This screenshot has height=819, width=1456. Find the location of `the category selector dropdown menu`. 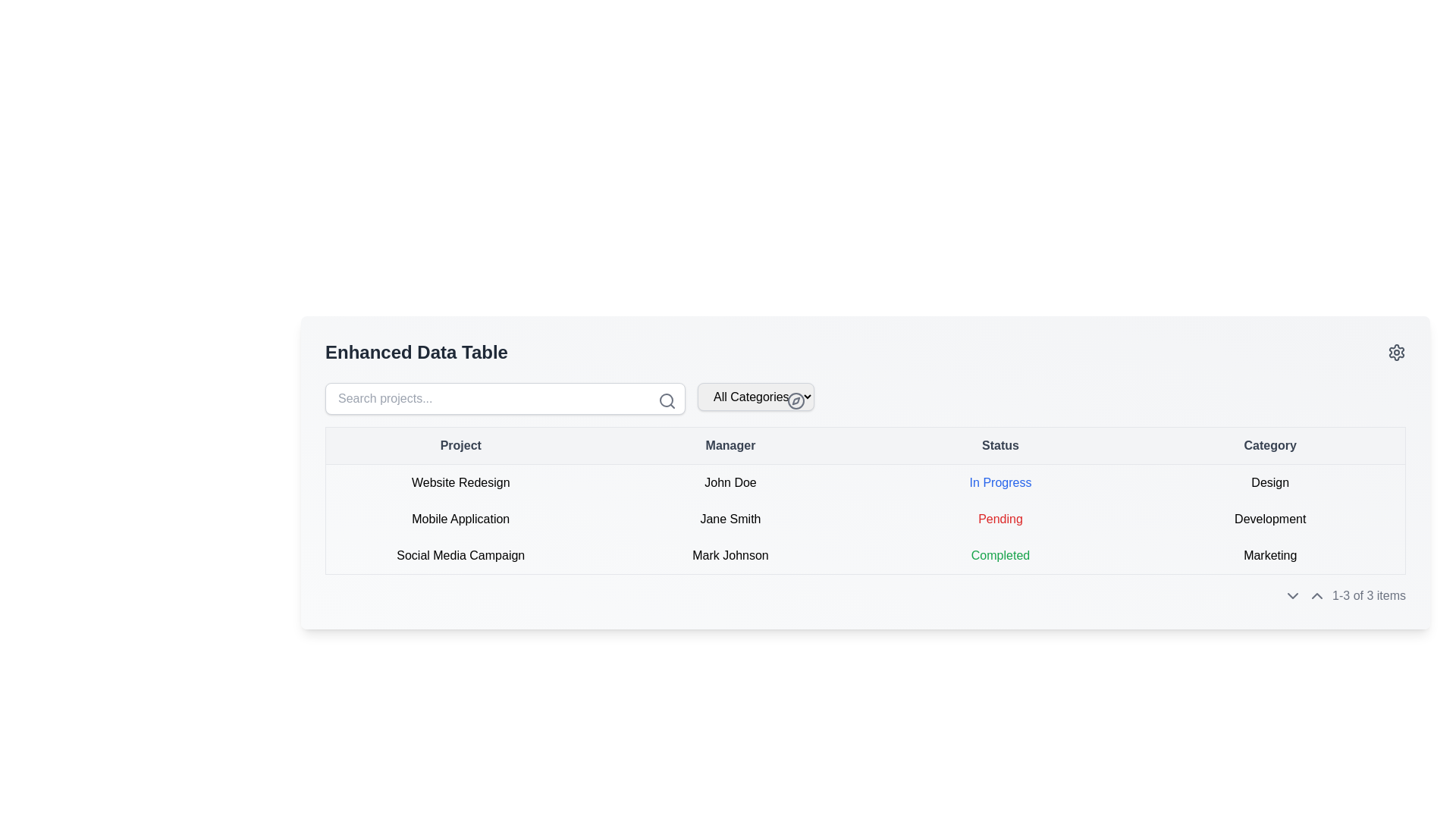

the category selector dropdown menu is located at coordinates (756, 397).